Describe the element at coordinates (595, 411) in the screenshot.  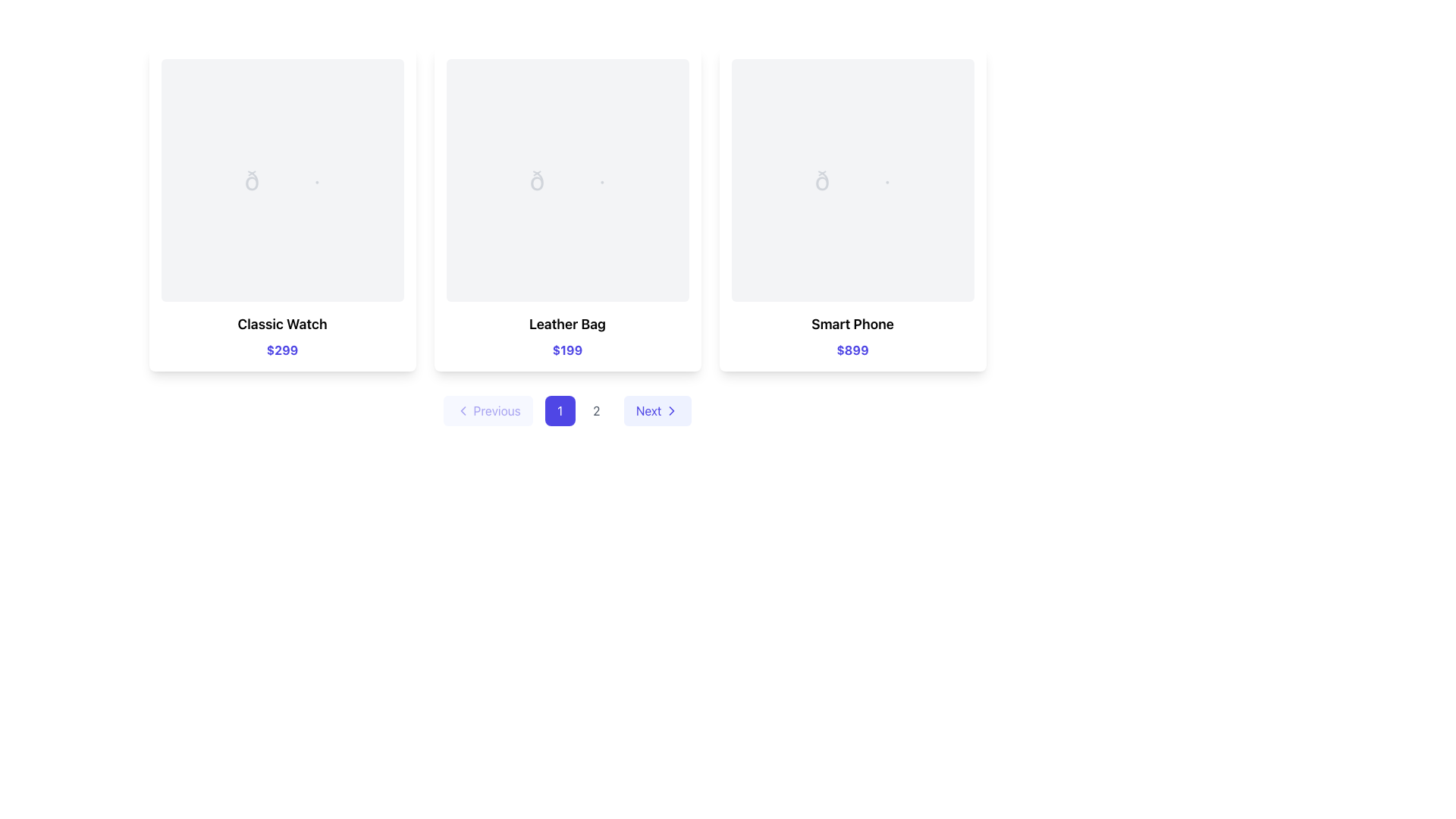
I see `the circular button with a gray number '2'` at that location.